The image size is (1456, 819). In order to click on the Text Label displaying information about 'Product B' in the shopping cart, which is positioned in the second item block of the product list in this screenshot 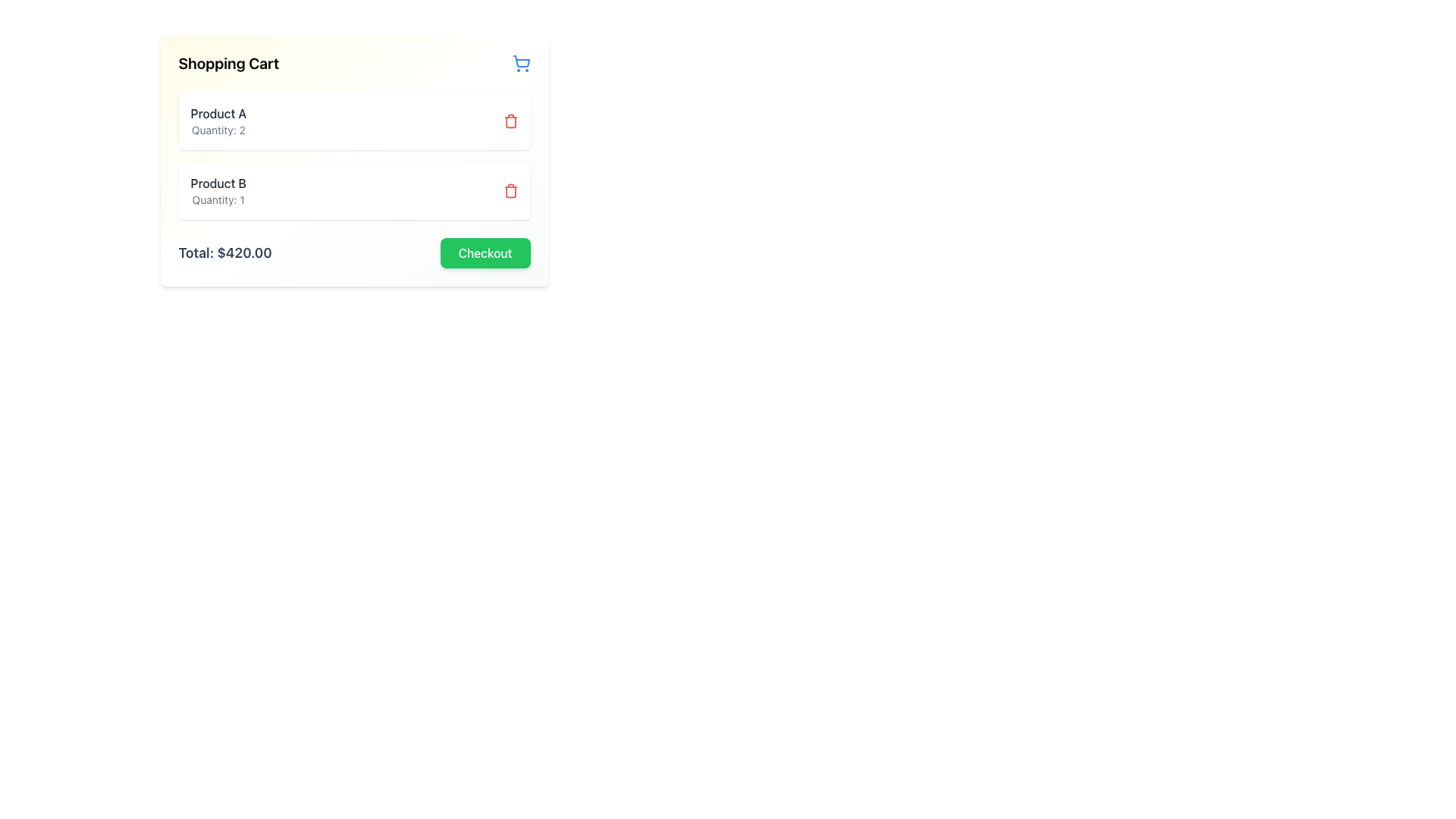, I will do `click(218, 190)`.